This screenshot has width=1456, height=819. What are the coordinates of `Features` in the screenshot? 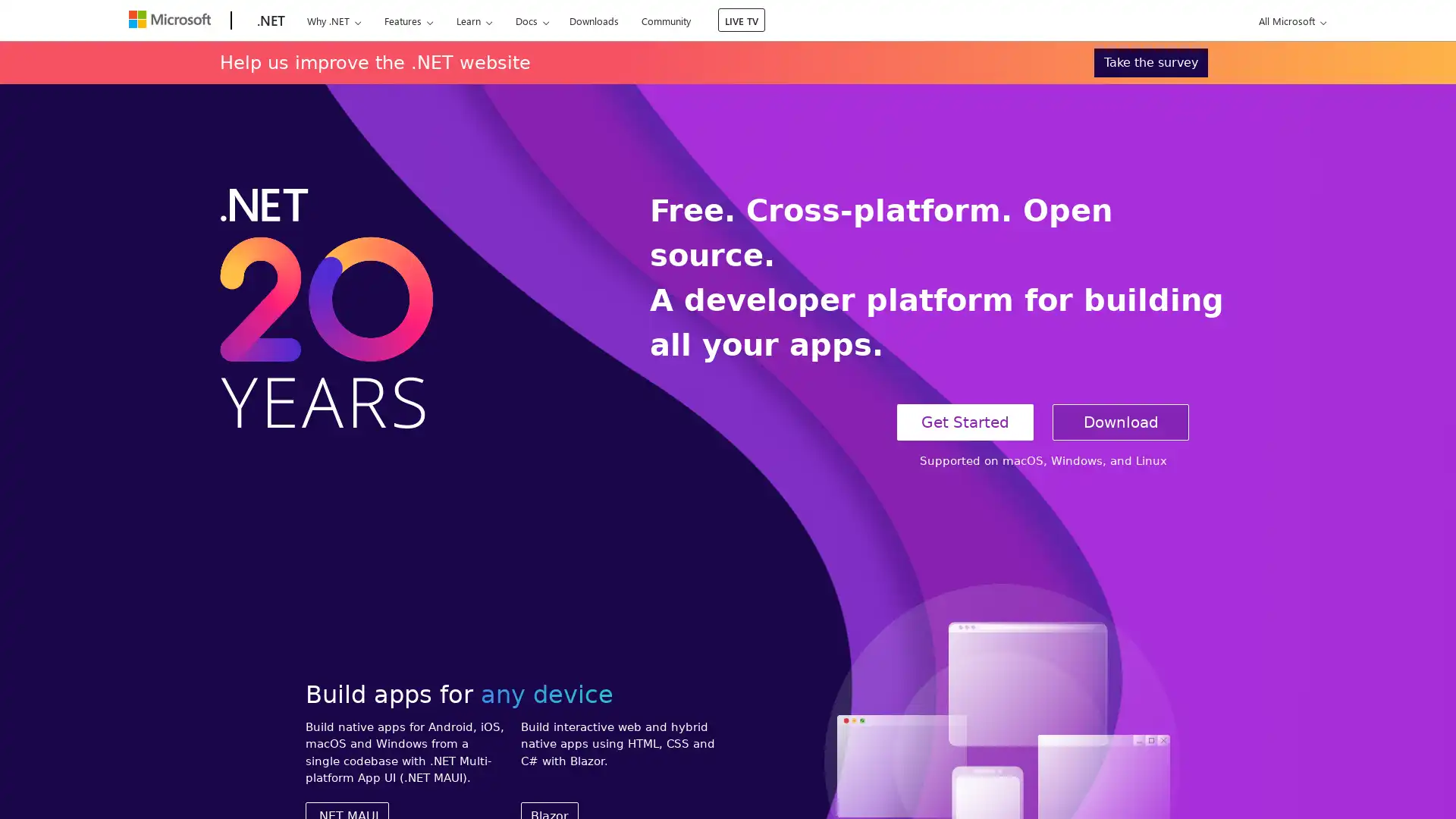 It's located at (408, 20).